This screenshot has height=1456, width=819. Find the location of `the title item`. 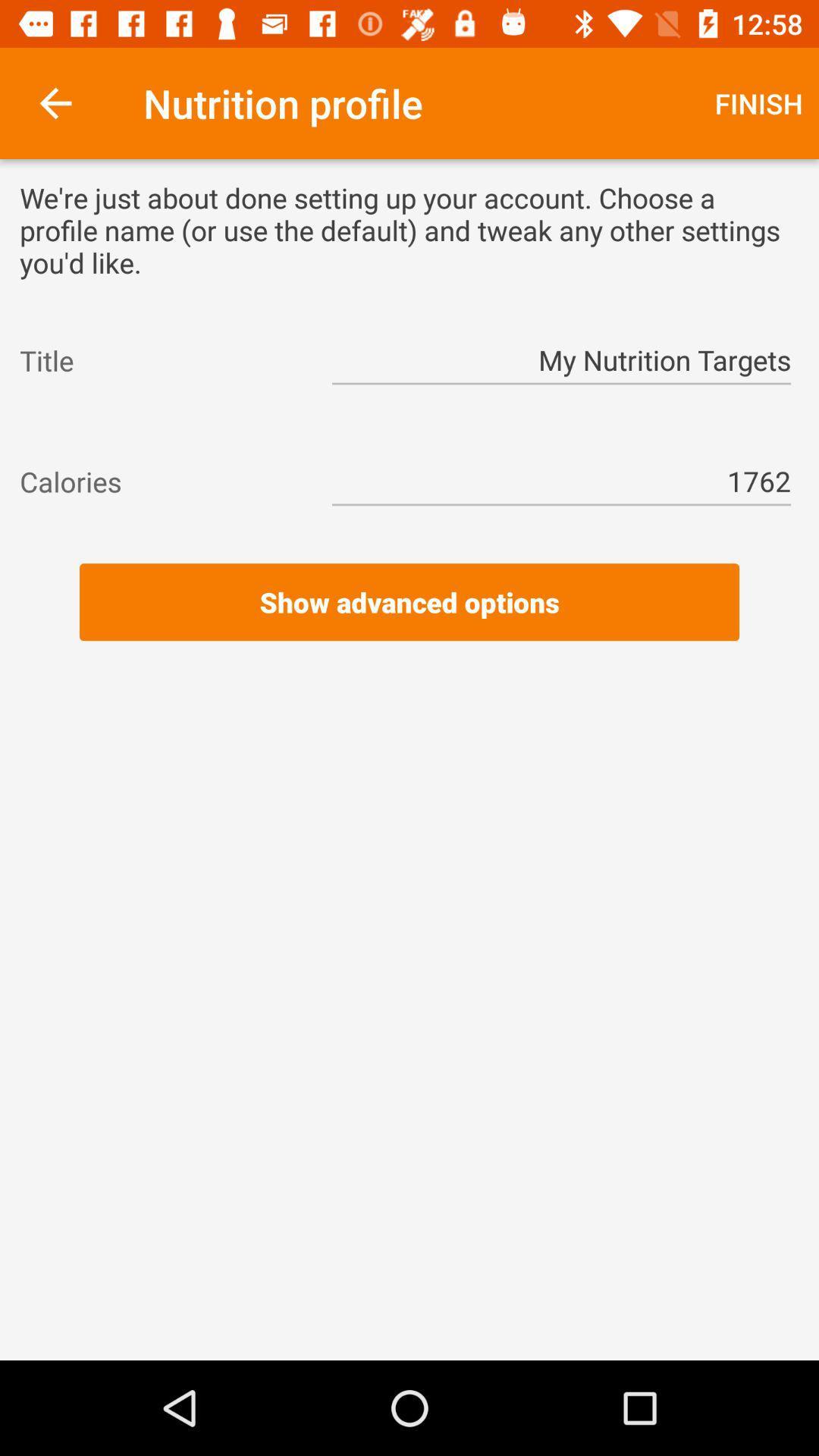

the title item is located at coordinates (162, 359).